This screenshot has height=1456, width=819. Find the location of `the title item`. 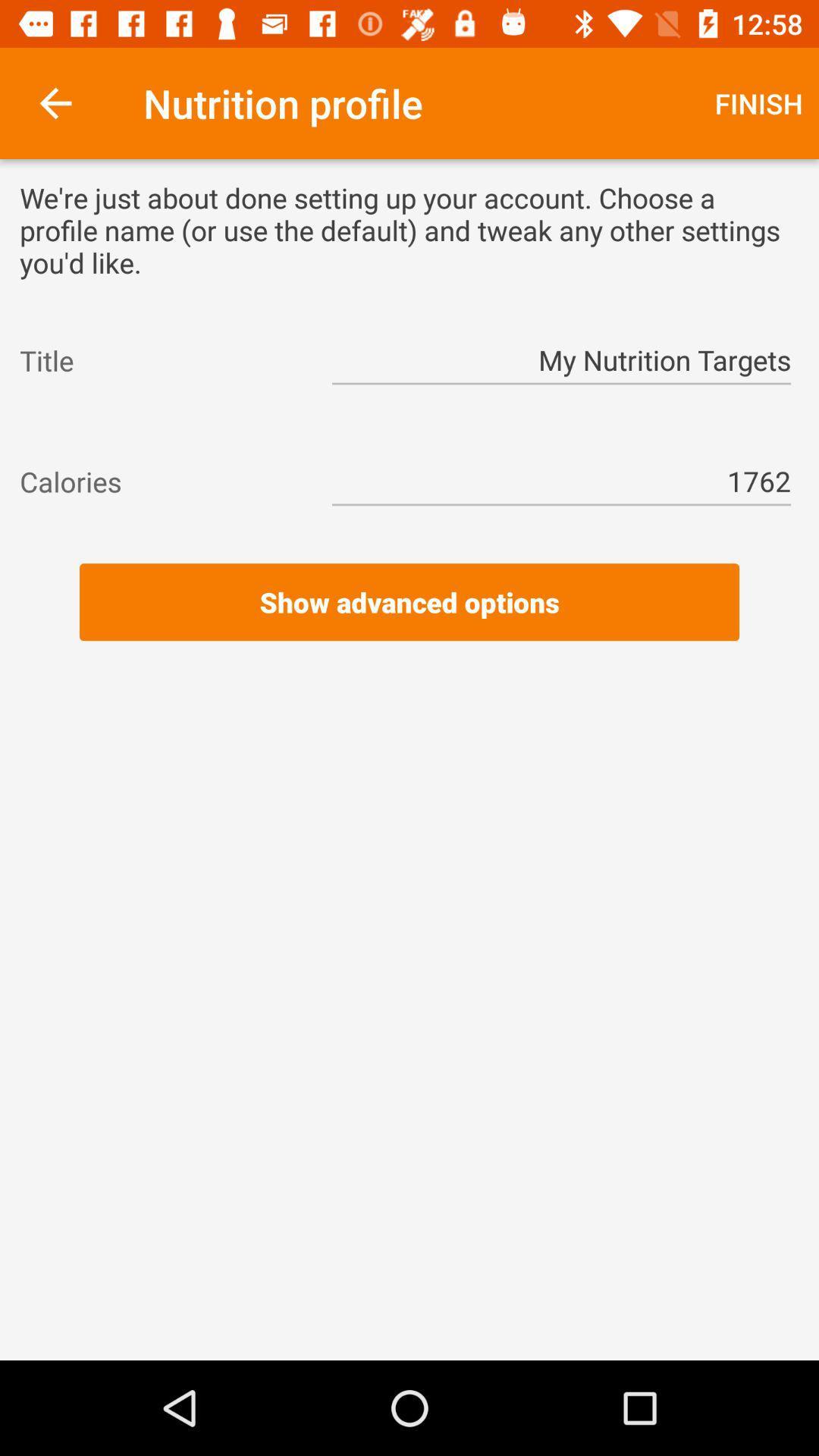

the title item is located at coordinates (162, 359).